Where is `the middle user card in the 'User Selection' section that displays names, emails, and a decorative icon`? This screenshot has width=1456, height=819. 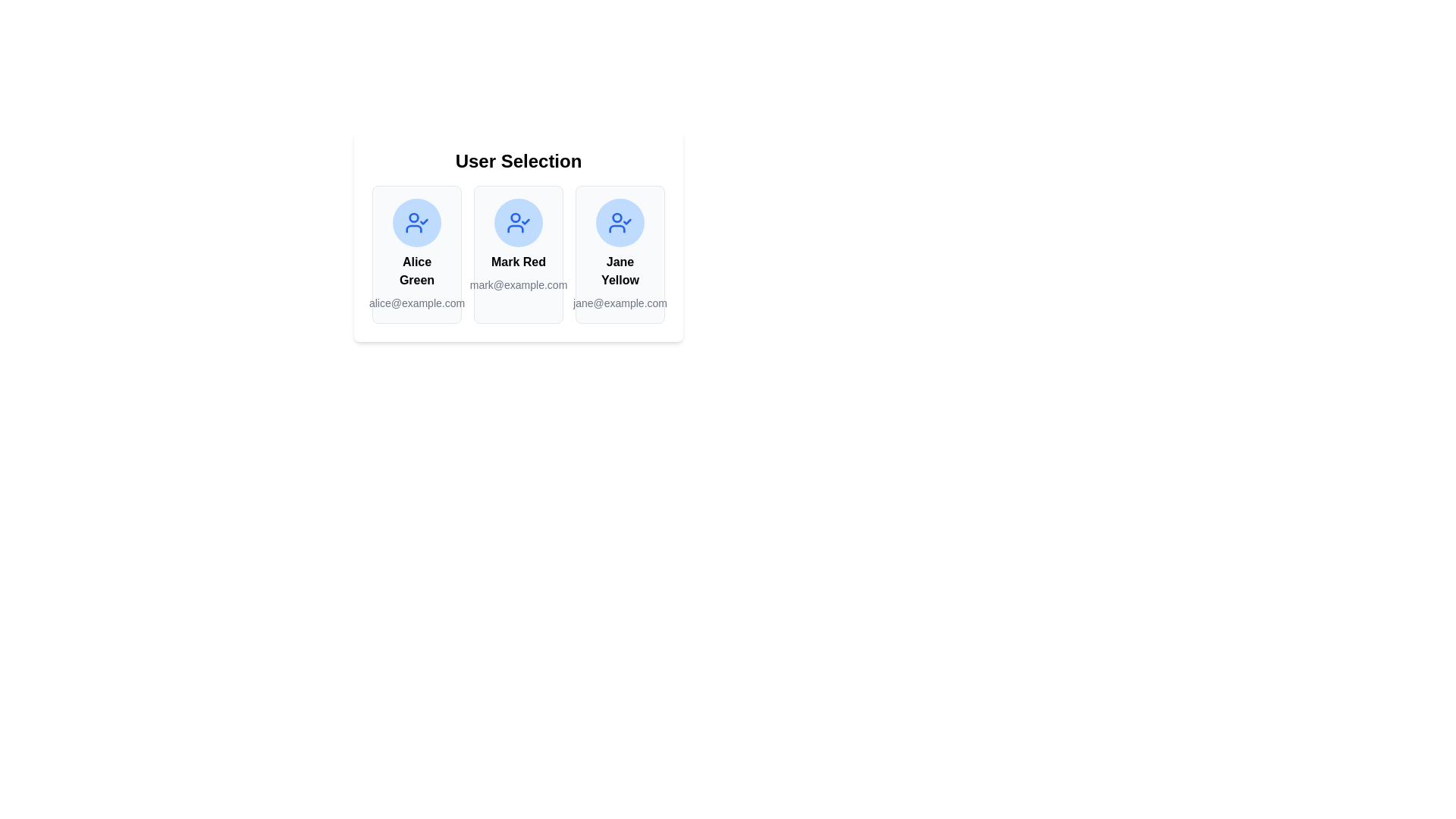 the middle user card in the 'User Selection' section that displays names, emails, and a decorative icon is located at coordinates (519, 237).